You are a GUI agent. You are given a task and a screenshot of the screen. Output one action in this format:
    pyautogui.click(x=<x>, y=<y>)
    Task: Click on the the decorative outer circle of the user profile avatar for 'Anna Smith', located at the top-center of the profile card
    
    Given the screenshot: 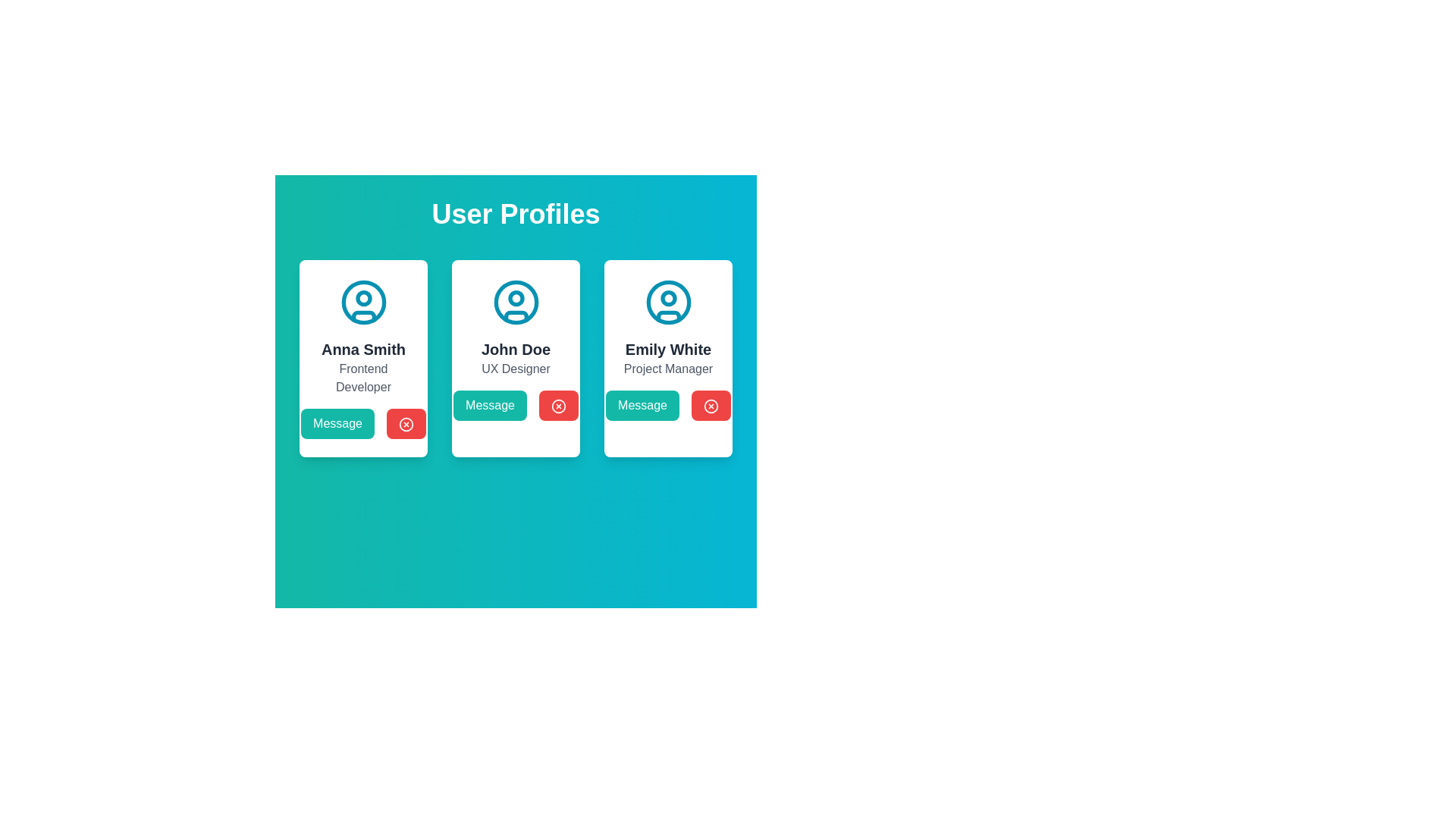 What is the action you would take?
    pyautogui.click(x=362, y=302)
    